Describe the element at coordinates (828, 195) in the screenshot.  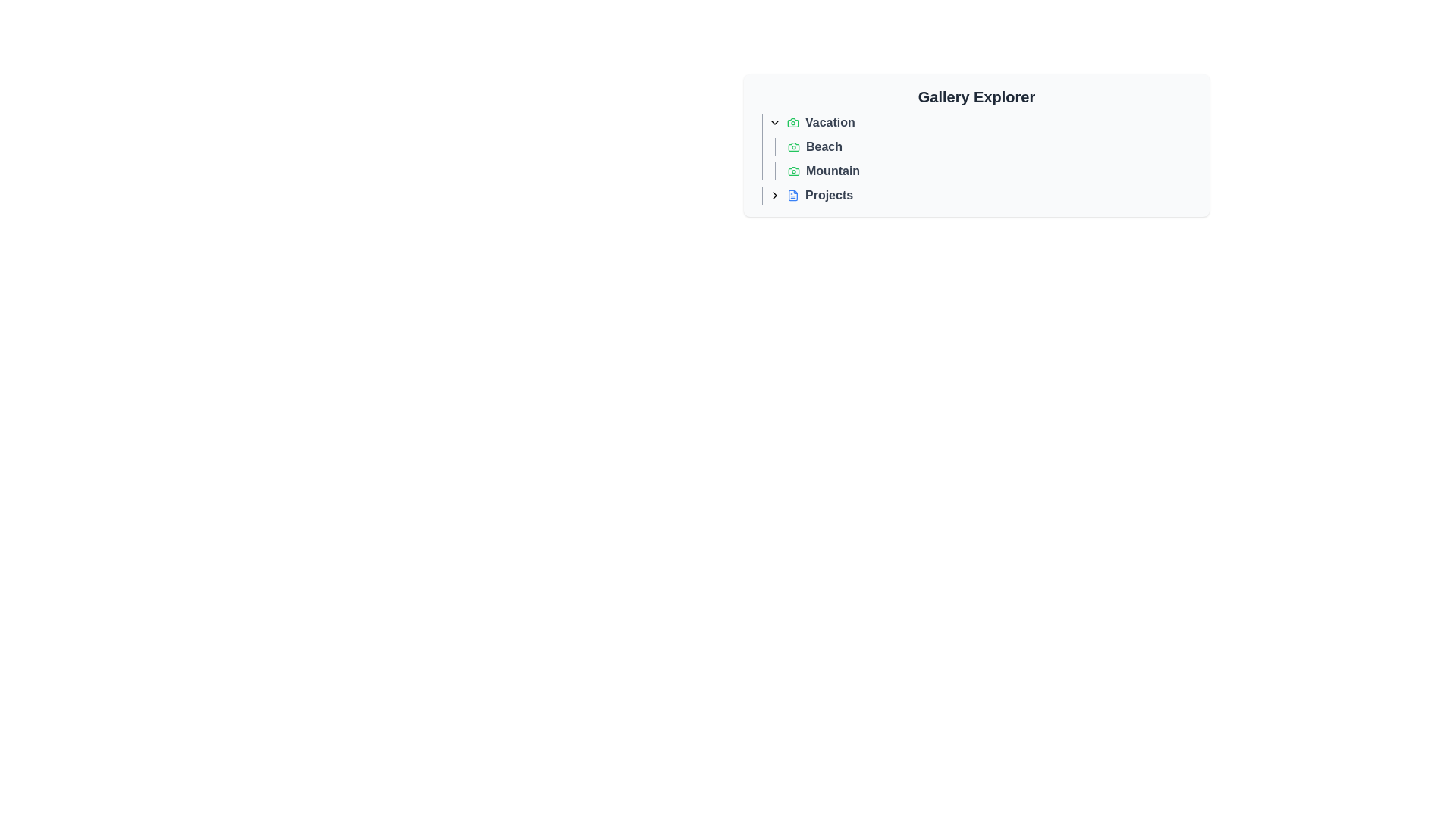
I see `the 'Projects' label` at that location.